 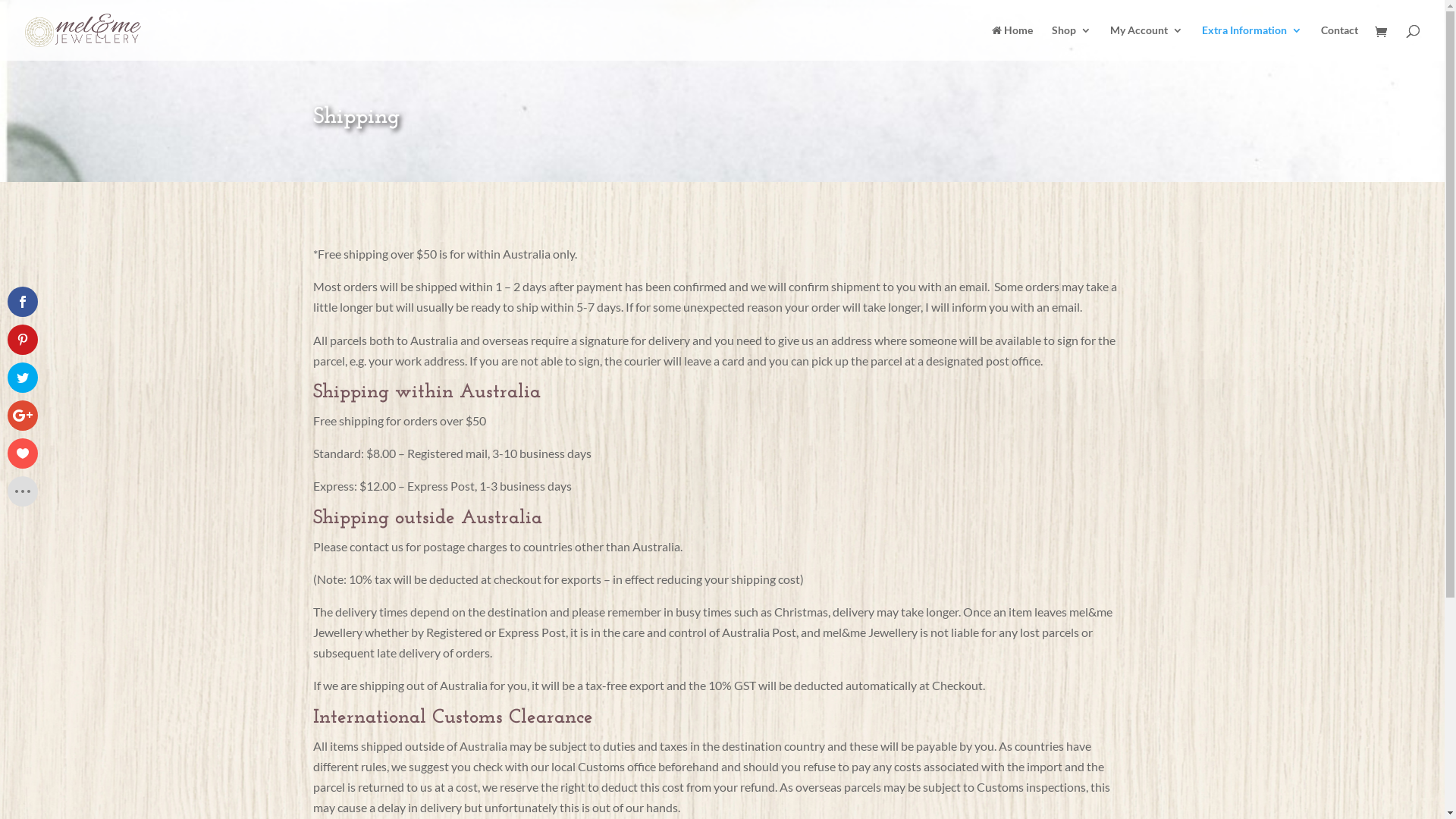 I want to click on 'Contact', so click(x=1320, y=42).